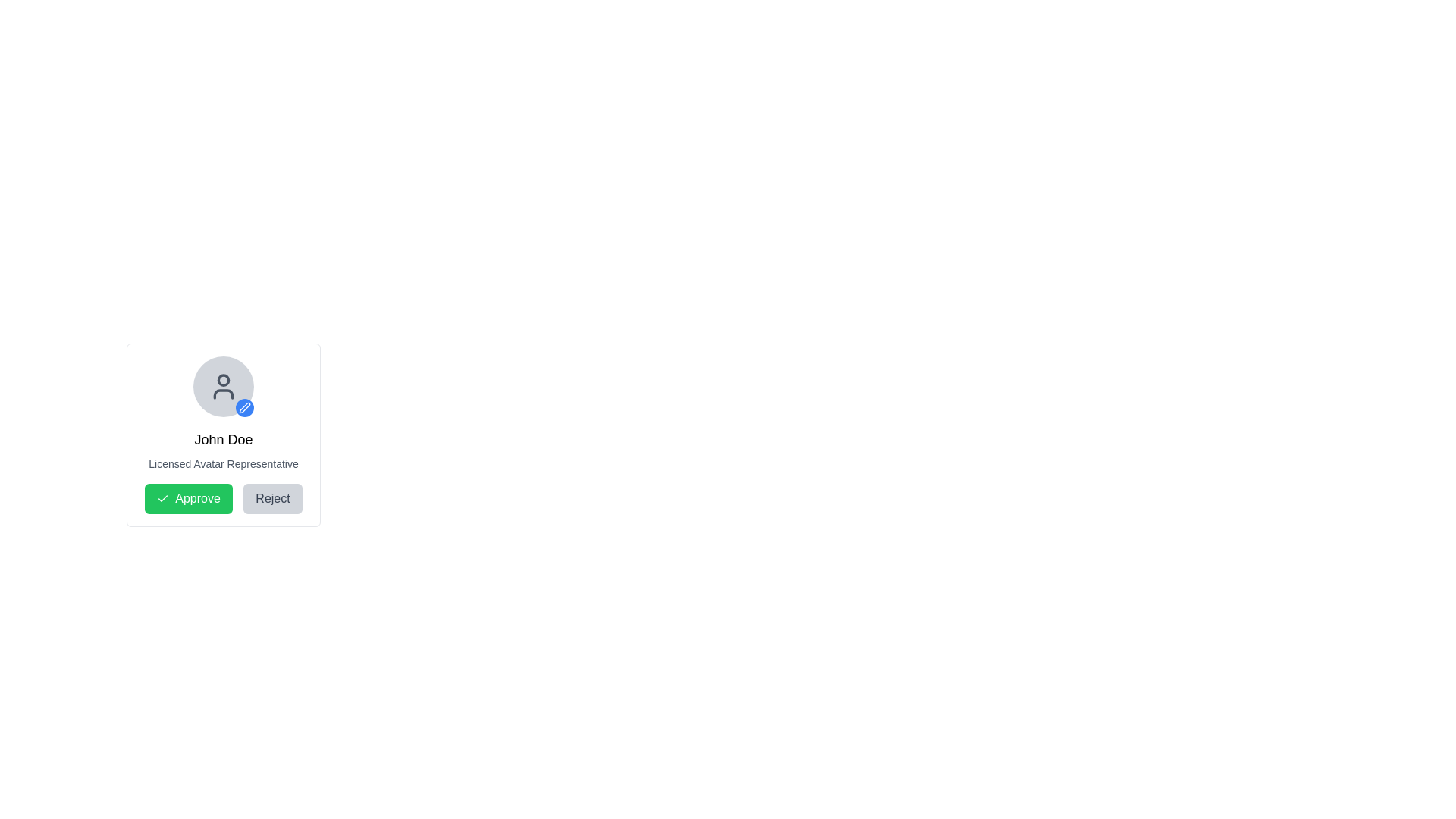 This screenshot has width=1456, height=819. Describe the element at coordinates (222, 385) in the screenshot. I see `the user icon, which is a simple outline figure of a person centered in a gray circular background above the text 'John Doe'` at that location.